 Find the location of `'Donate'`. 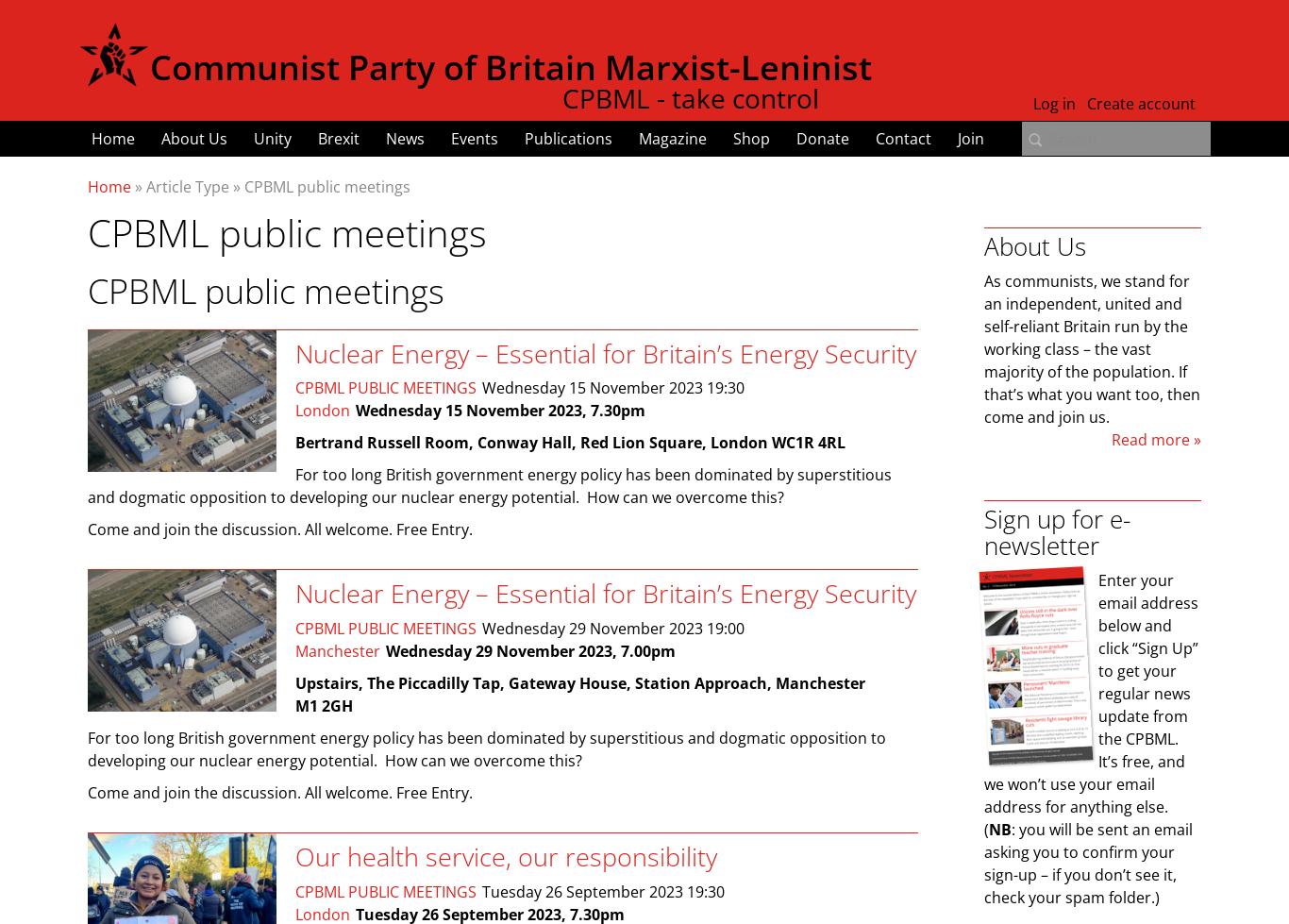

'Donate' is located at coordinates (822, 139).